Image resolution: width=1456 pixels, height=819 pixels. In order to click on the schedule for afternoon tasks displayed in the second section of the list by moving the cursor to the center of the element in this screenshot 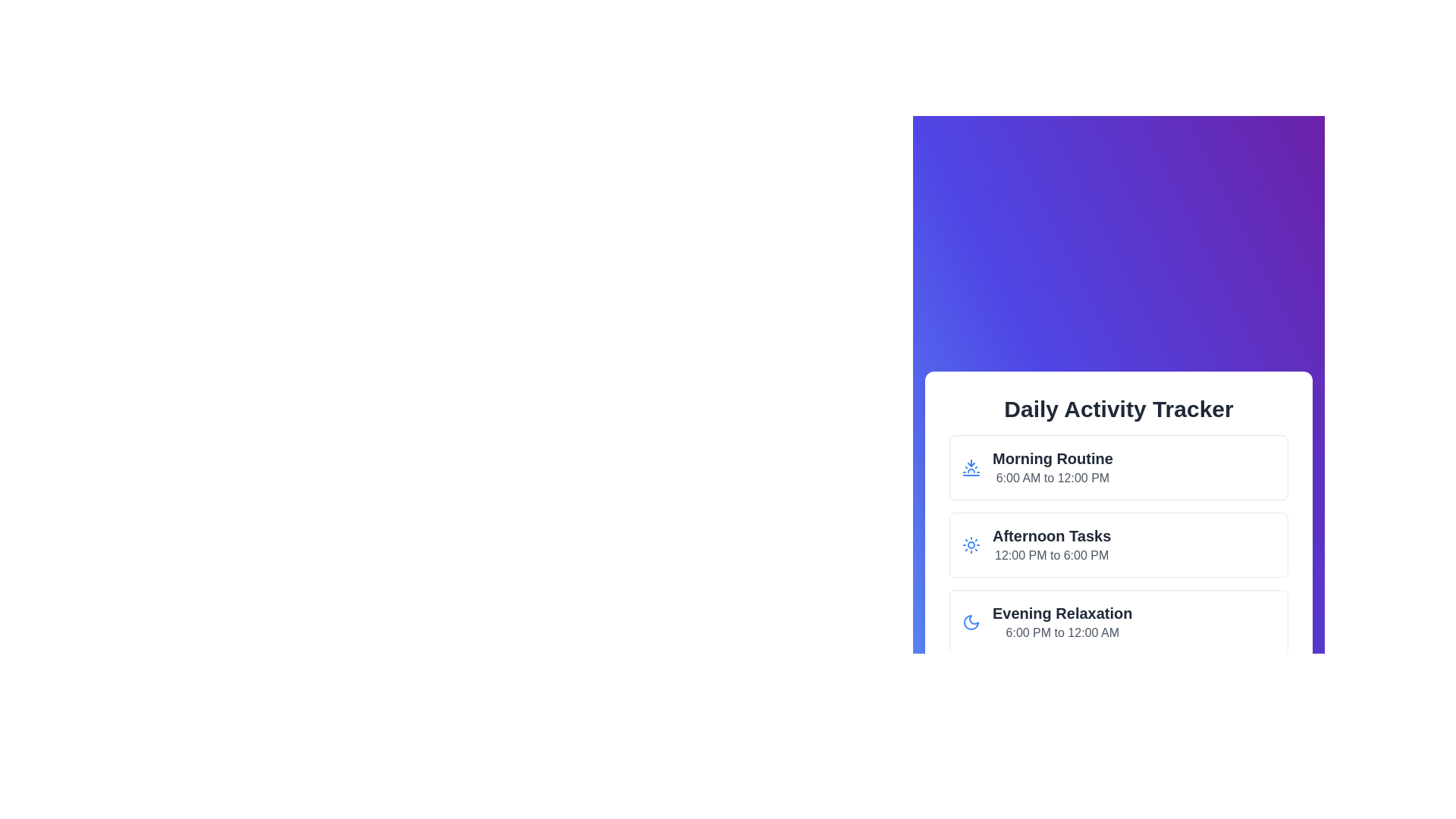, I will do `click(1119, 525)`.